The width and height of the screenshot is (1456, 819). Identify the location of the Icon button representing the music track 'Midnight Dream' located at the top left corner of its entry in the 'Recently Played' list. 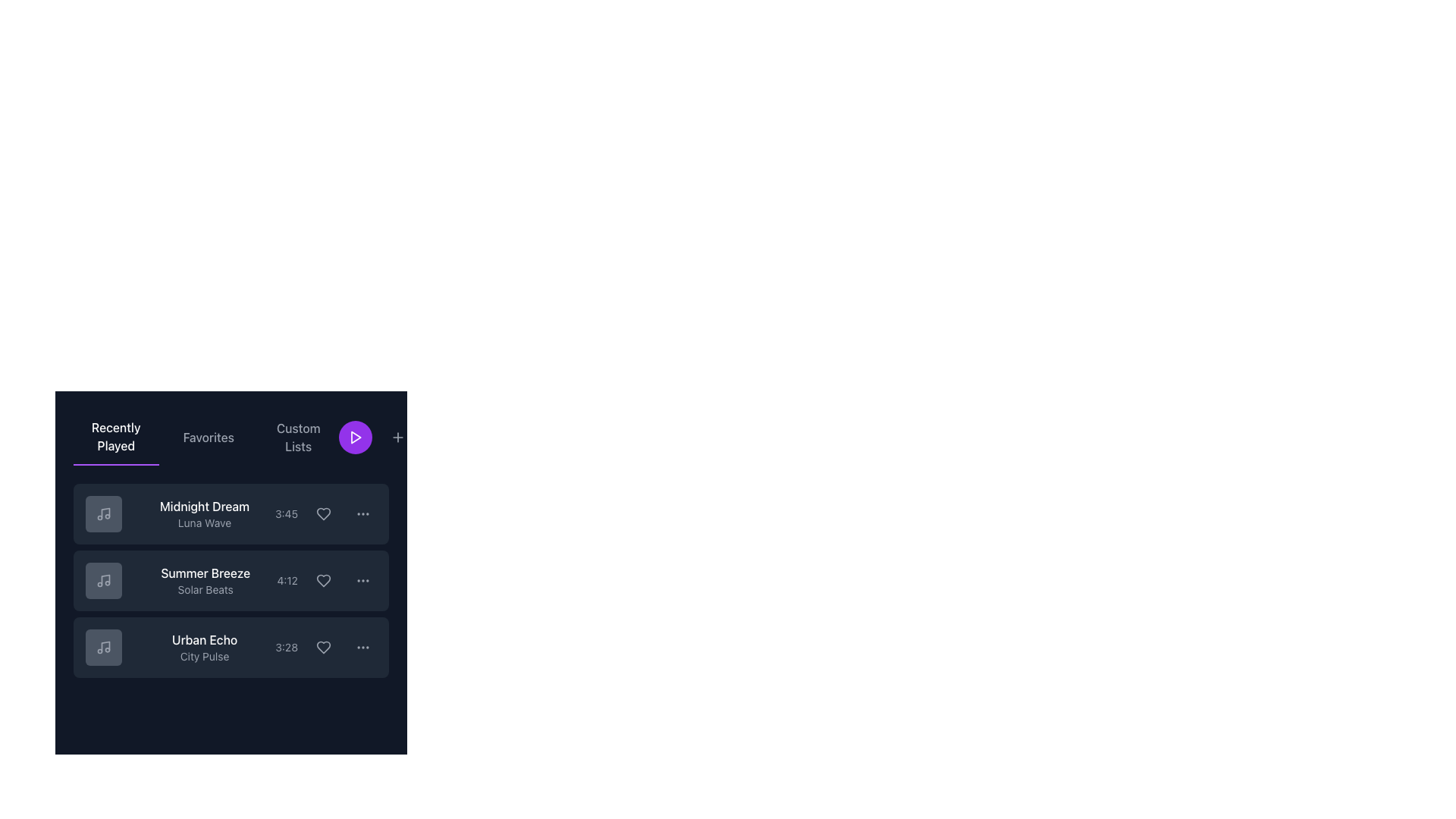
(103, 513).